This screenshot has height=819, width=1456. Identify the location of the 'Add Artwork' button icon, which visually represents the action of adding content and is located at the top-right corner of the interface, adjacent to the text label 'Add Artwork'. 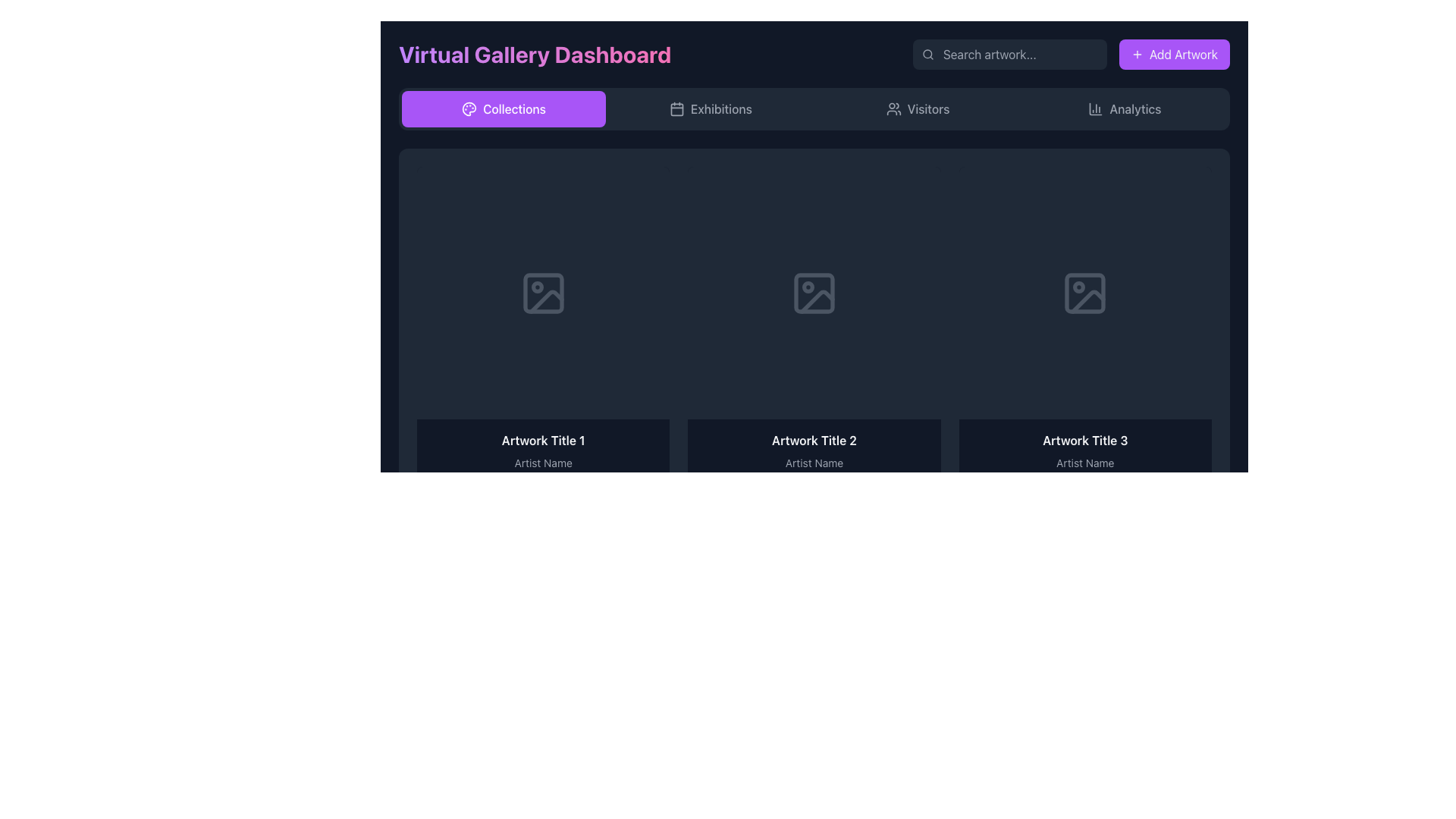
(1136, 54).